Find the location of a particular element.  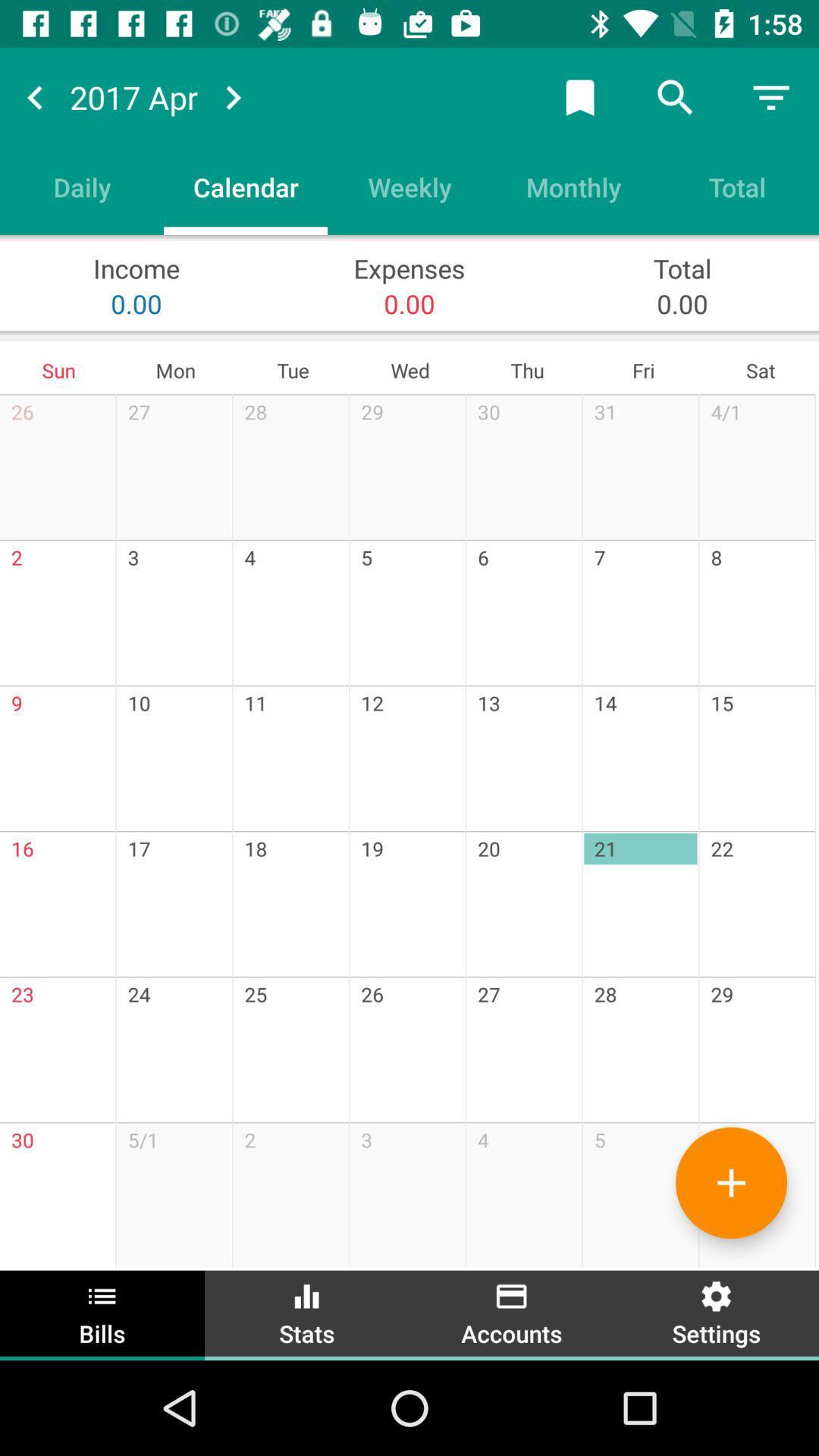

scroll months forward is located at coordinates (233, 96).